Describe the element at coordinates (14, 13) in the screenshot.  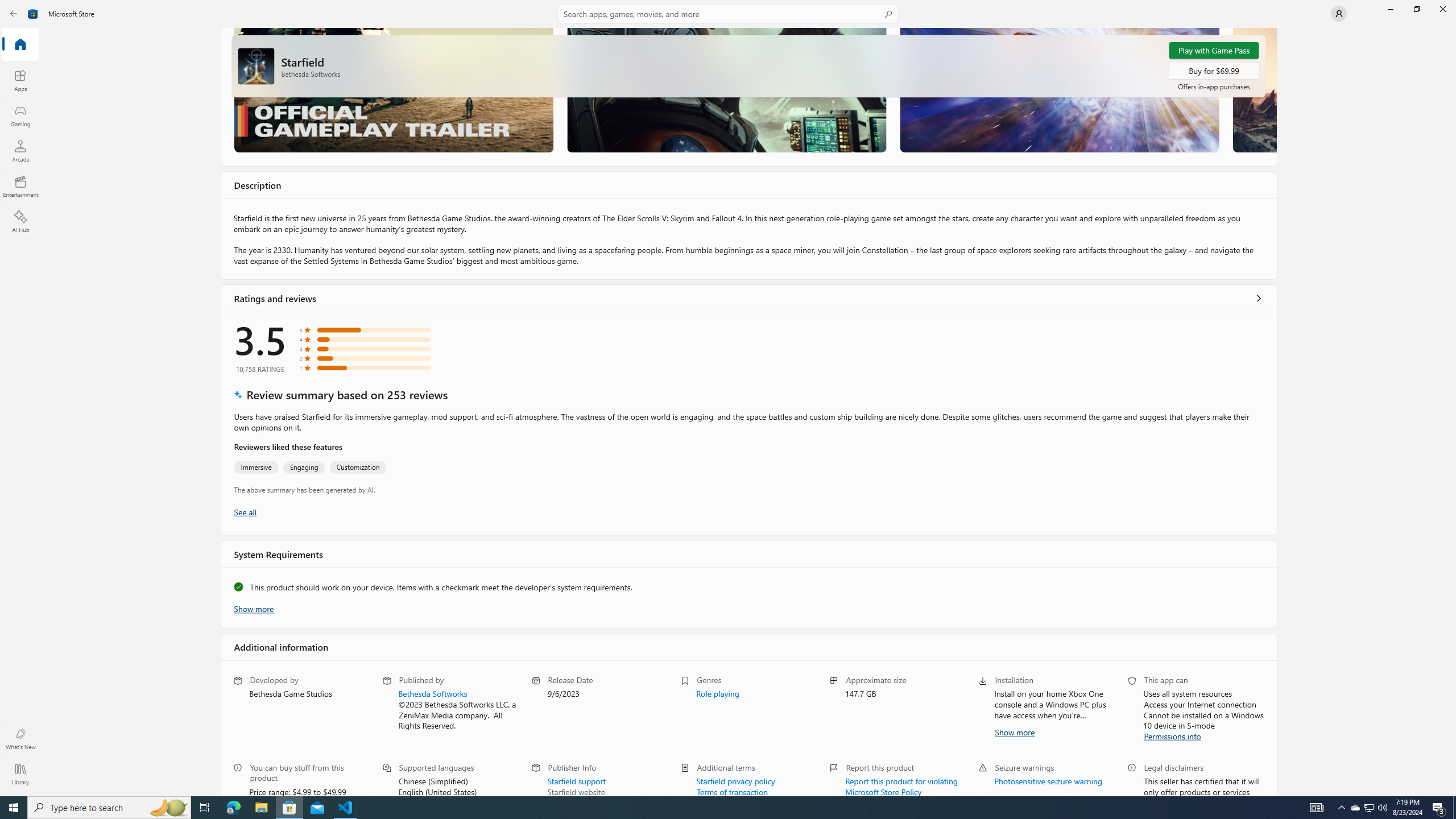
I see `'Back'` at that location.